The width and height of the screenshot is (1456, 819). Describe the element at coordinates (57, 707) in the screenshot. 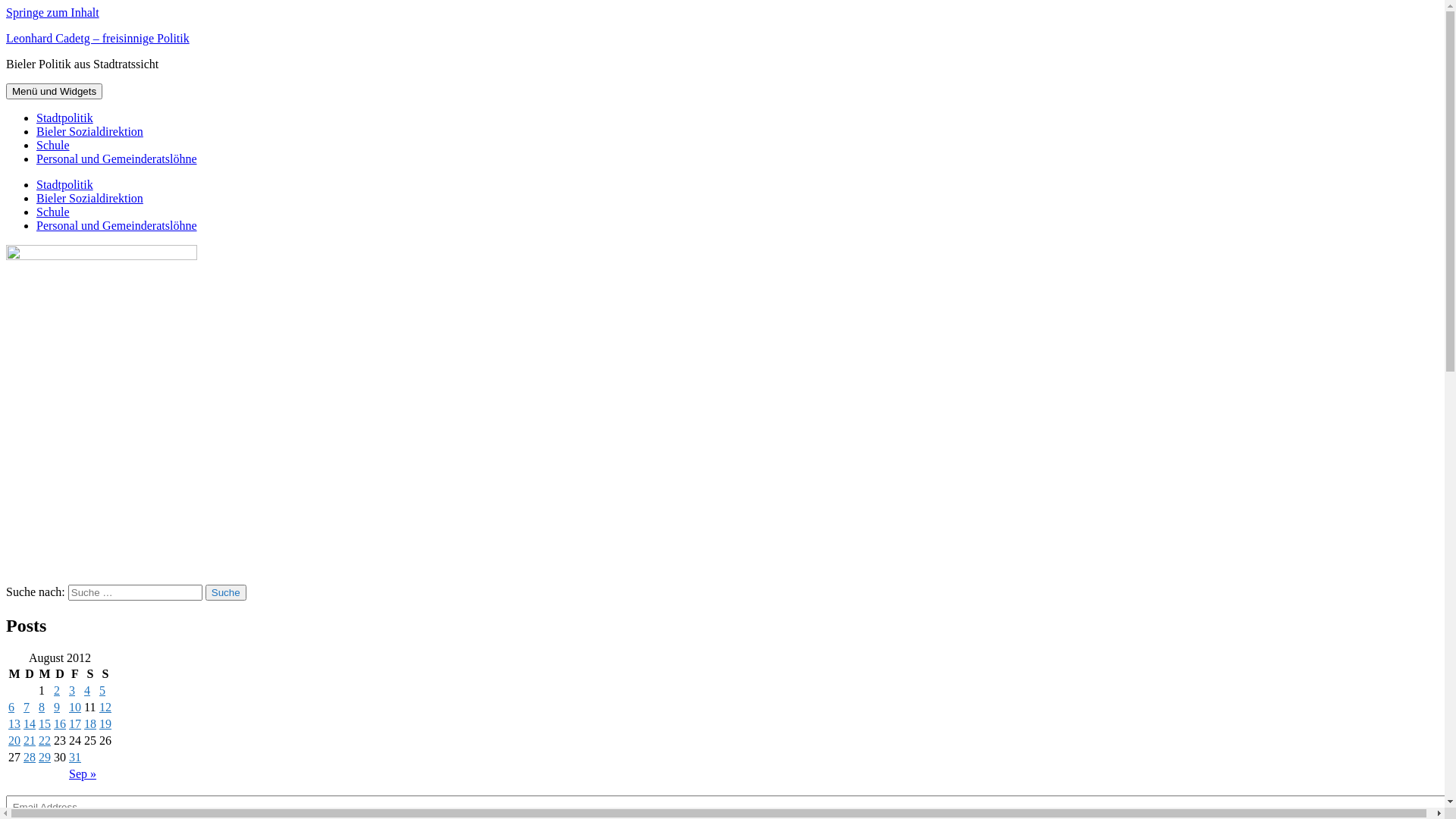

I see `'9'` at that location.